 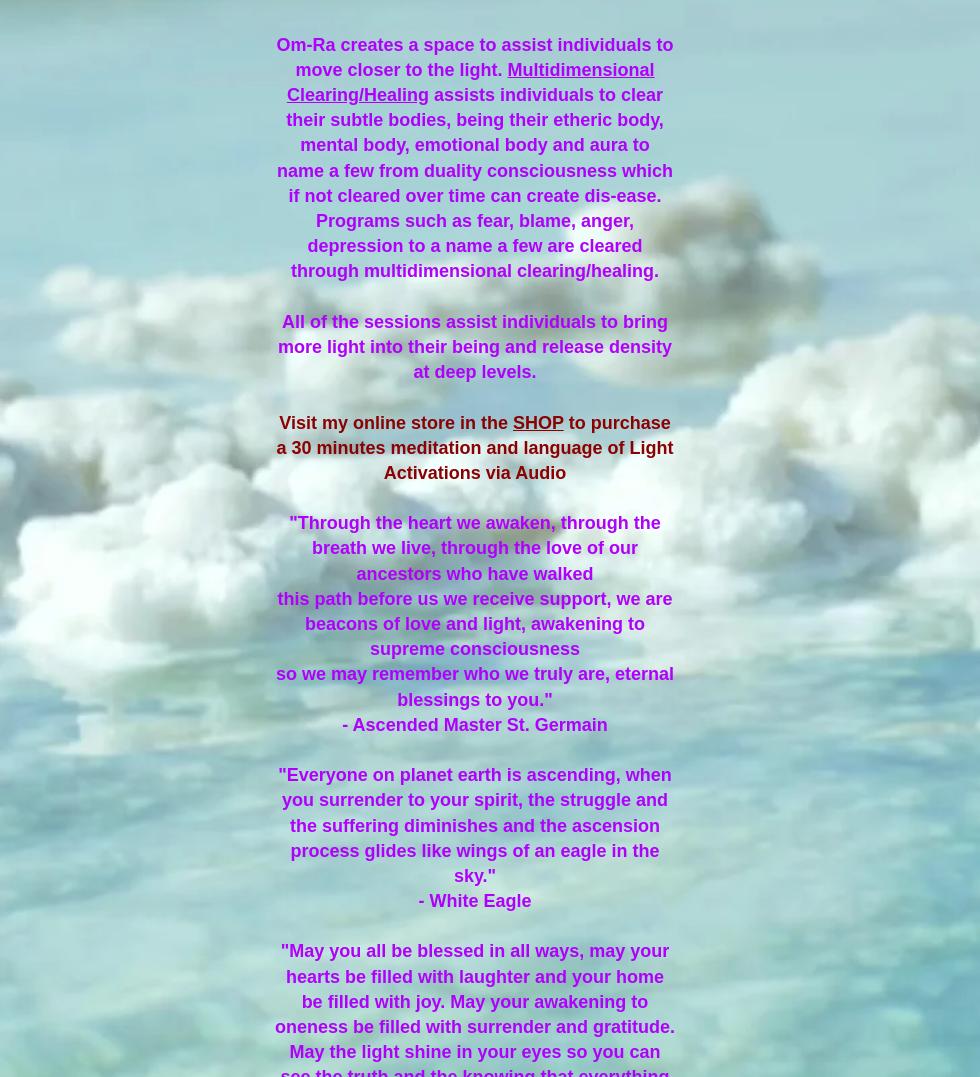 What do you see at coordinates (396, 420) in the screenshot?
I see `'Visit my online store in the'` at bounding box center [396, 420].